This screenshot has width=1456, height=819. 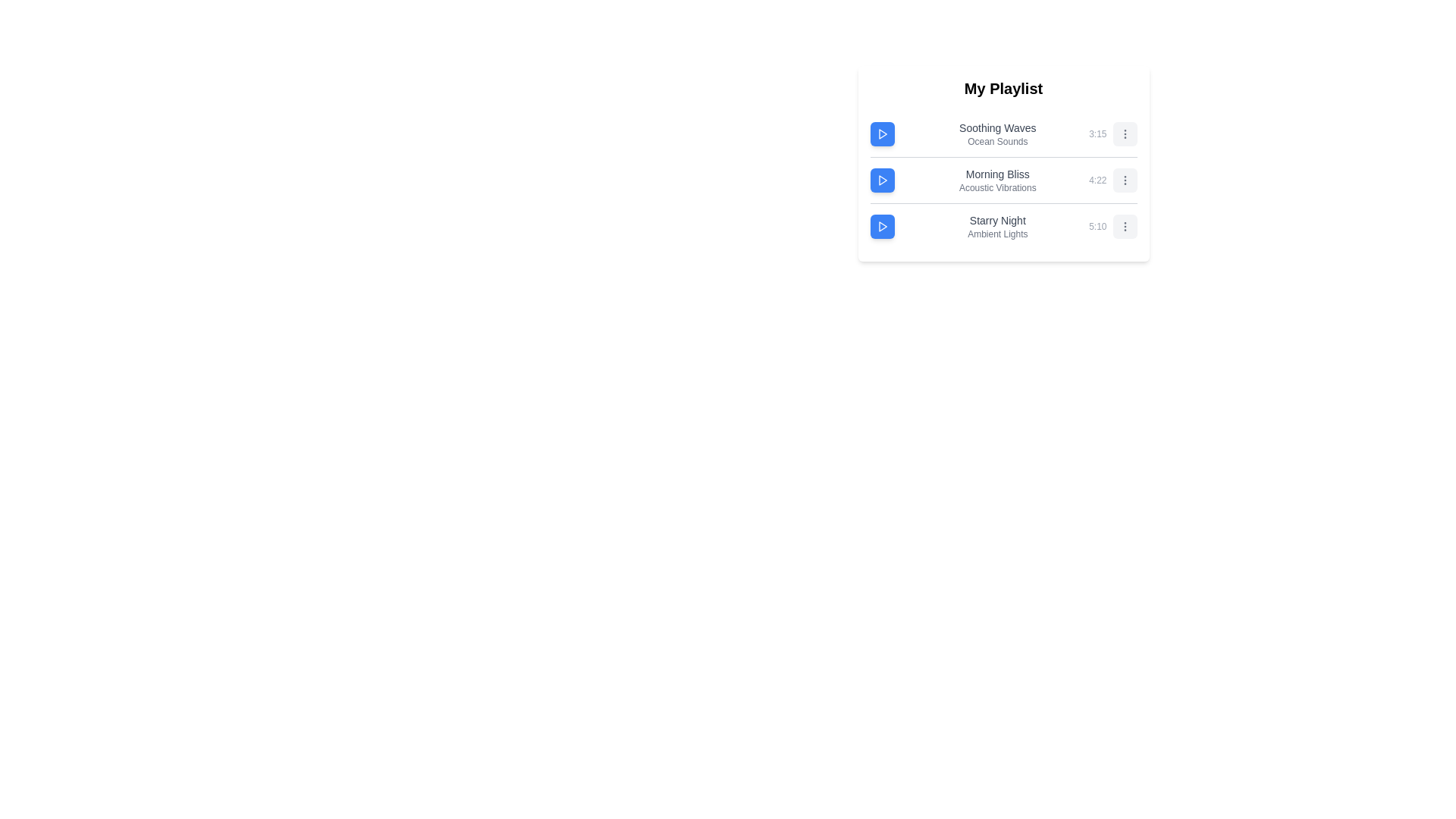 What do you see at coordinates (997, 227) in the screenshot?
I see `the Label displaying 'Starry Night' in a vertical list under 'My Playlist', located between the blue play button and the duration/options menu` at bounding box center [997, 227].